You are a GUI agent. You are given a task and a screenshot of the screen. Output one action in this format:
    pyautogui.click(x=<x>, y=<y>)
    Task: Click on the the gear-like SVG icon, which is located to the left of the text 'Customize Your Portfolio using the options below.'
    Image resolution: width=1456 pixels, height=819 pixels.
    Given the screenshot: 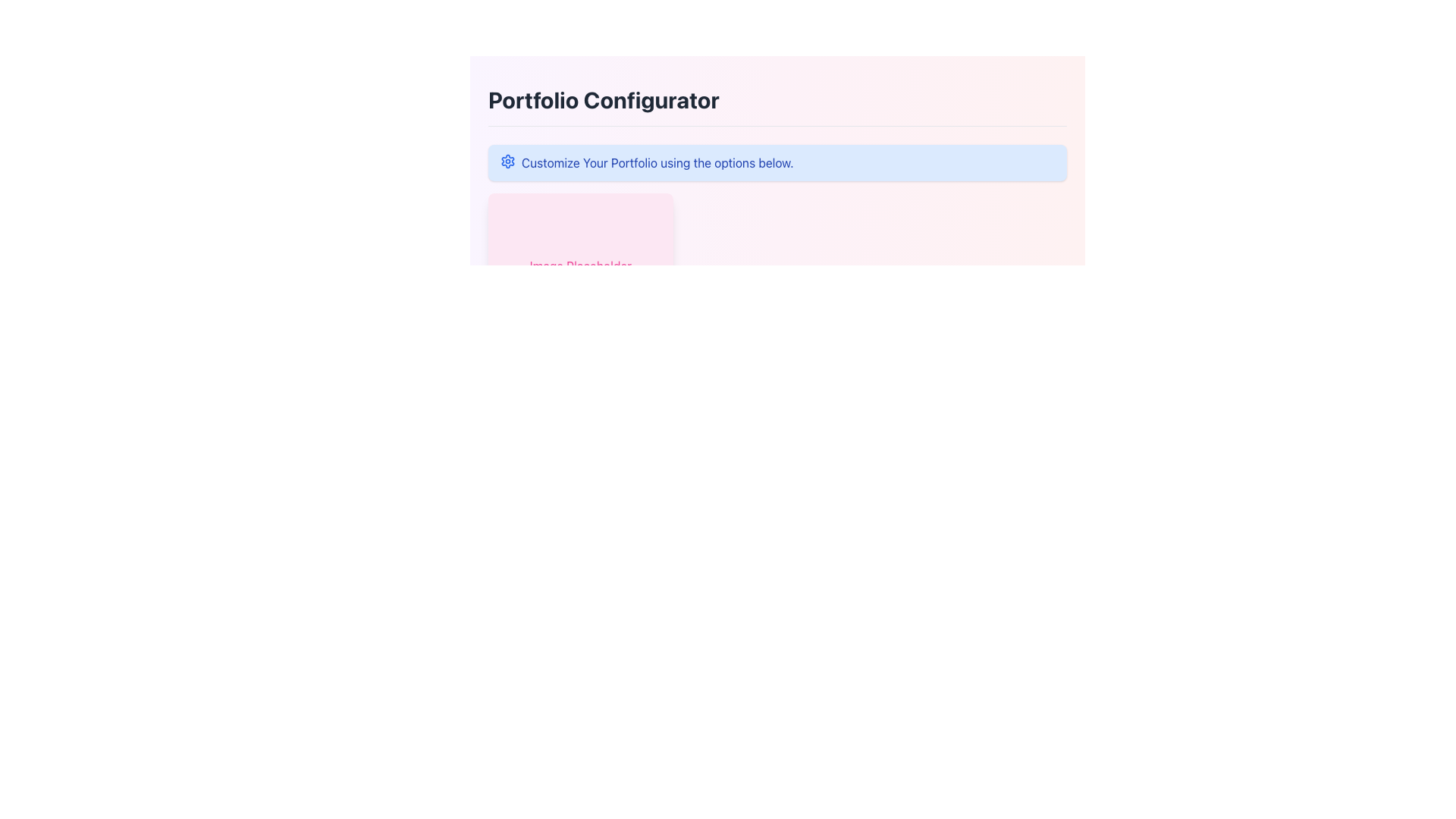 What is the action you would take?
    pyautogui.click(x=508, y=161)
    